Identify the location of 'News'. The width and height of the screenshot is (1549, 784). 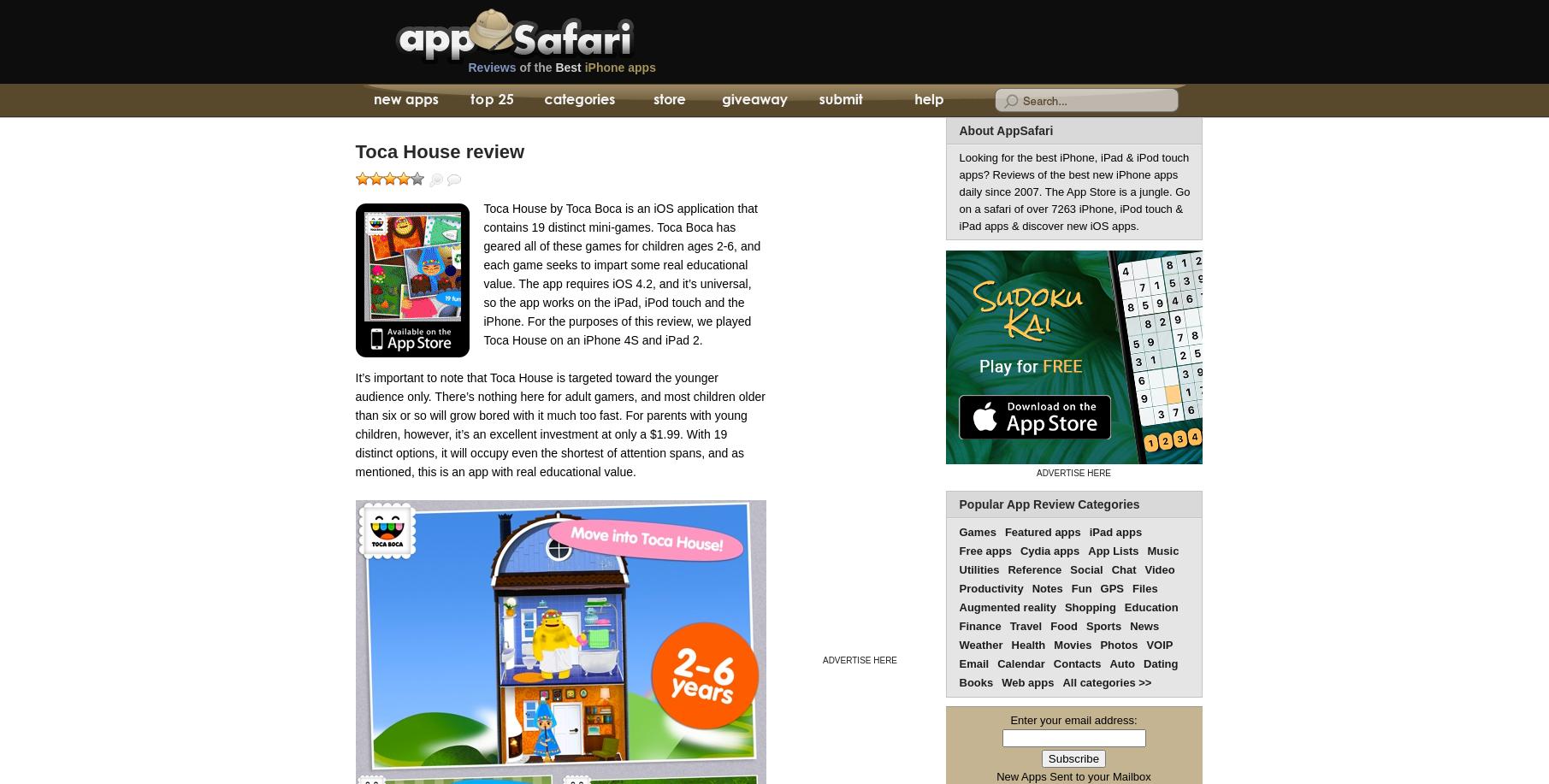
(1128, 625).